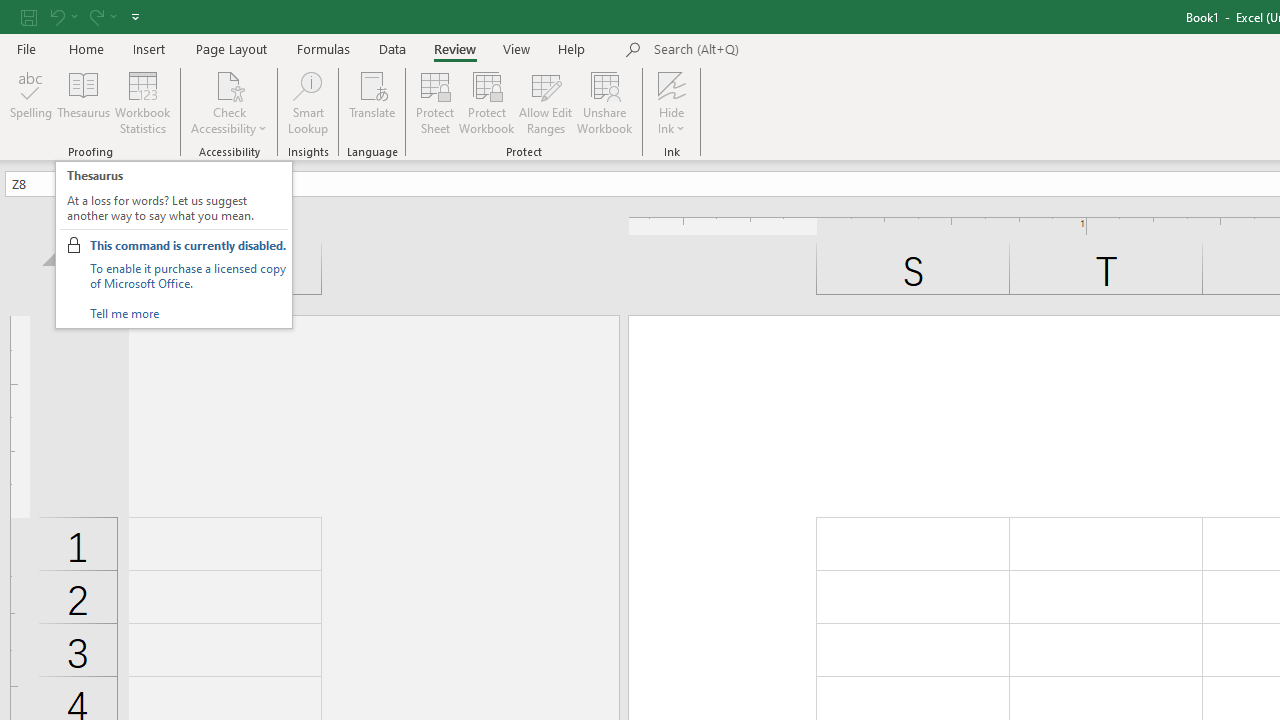  Describe the element at coordinates (82, 103) in the screenshot. I see `'Thesaurus...'` at that location.